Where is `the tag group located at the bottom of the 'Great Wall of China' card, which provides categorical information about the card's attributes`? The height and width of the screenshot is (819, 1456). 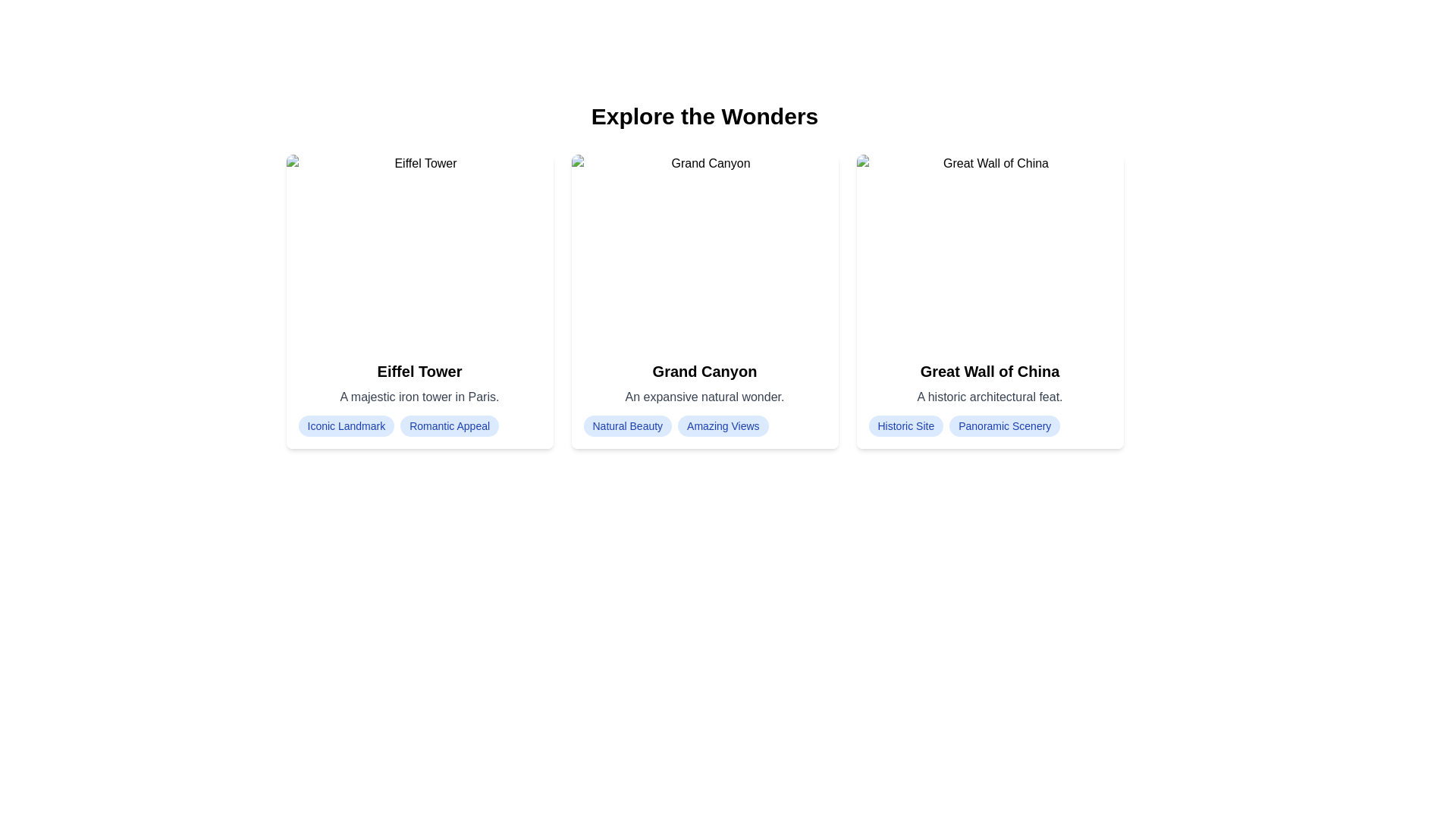
the tag group located at the bottom of the 'Great Wall of China' card, which provides categorical information about the card's attributes is located at coordinates (990, 426).